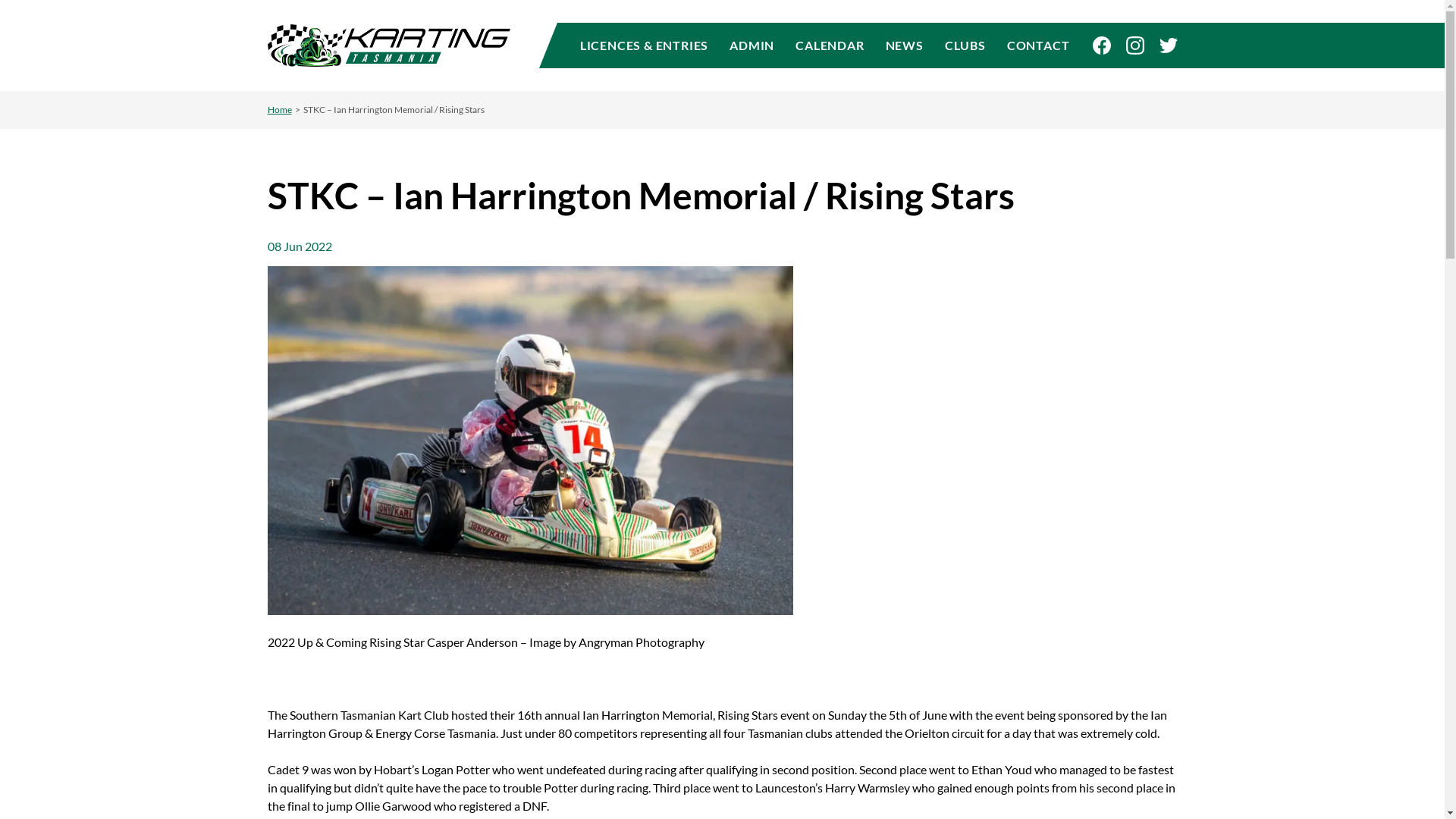 The image size is (1456, 819). I want to click on 'CLUBS', so click(964, 45).